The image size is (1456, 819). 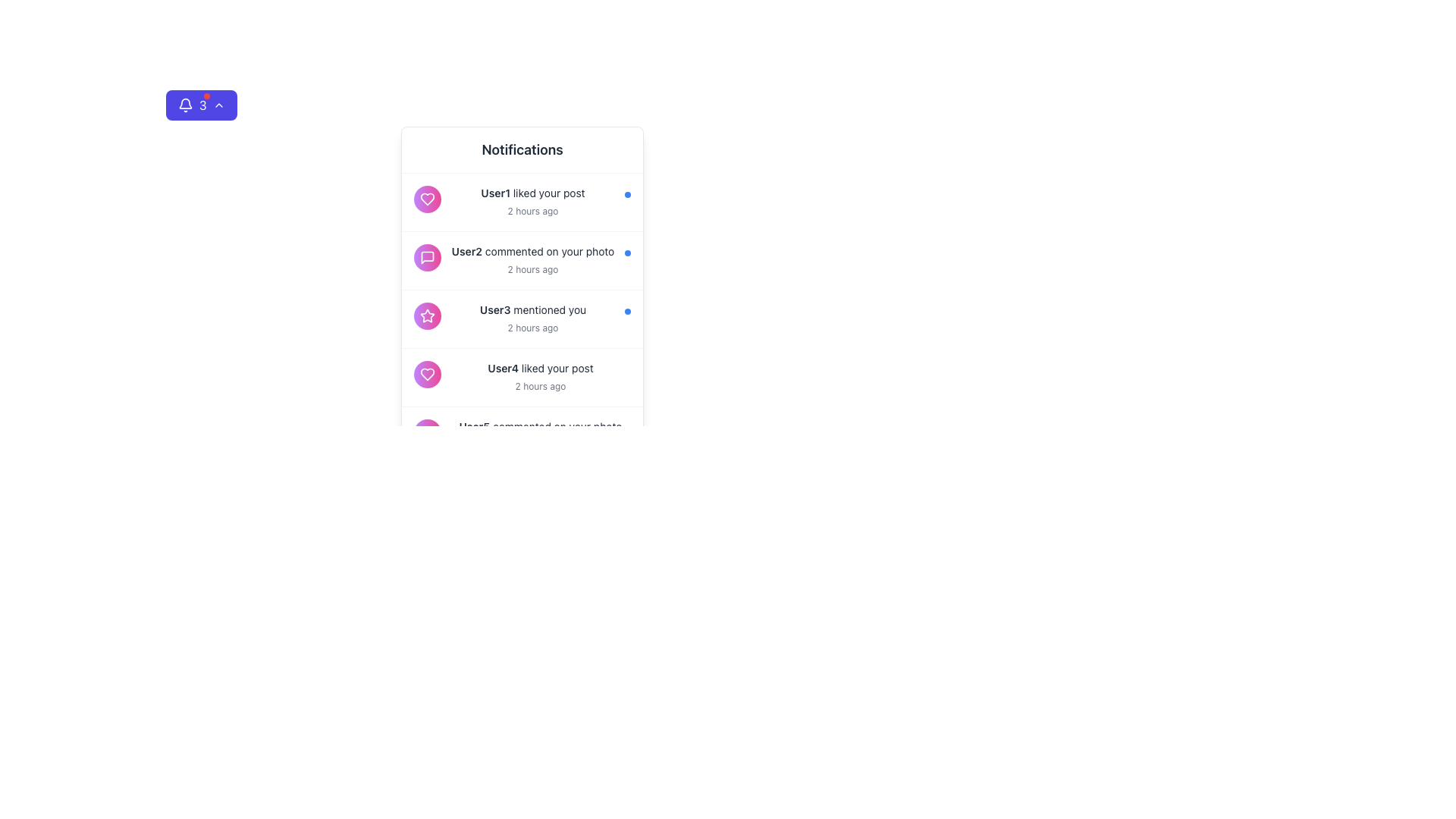 What do you see at coordinates (466, 250) in the screenshot?
I see `the Text Label displaying 'User2', which is positioned at the start of a notification message in the second notification entry of the notifications list` at bounding box center [466, 250].